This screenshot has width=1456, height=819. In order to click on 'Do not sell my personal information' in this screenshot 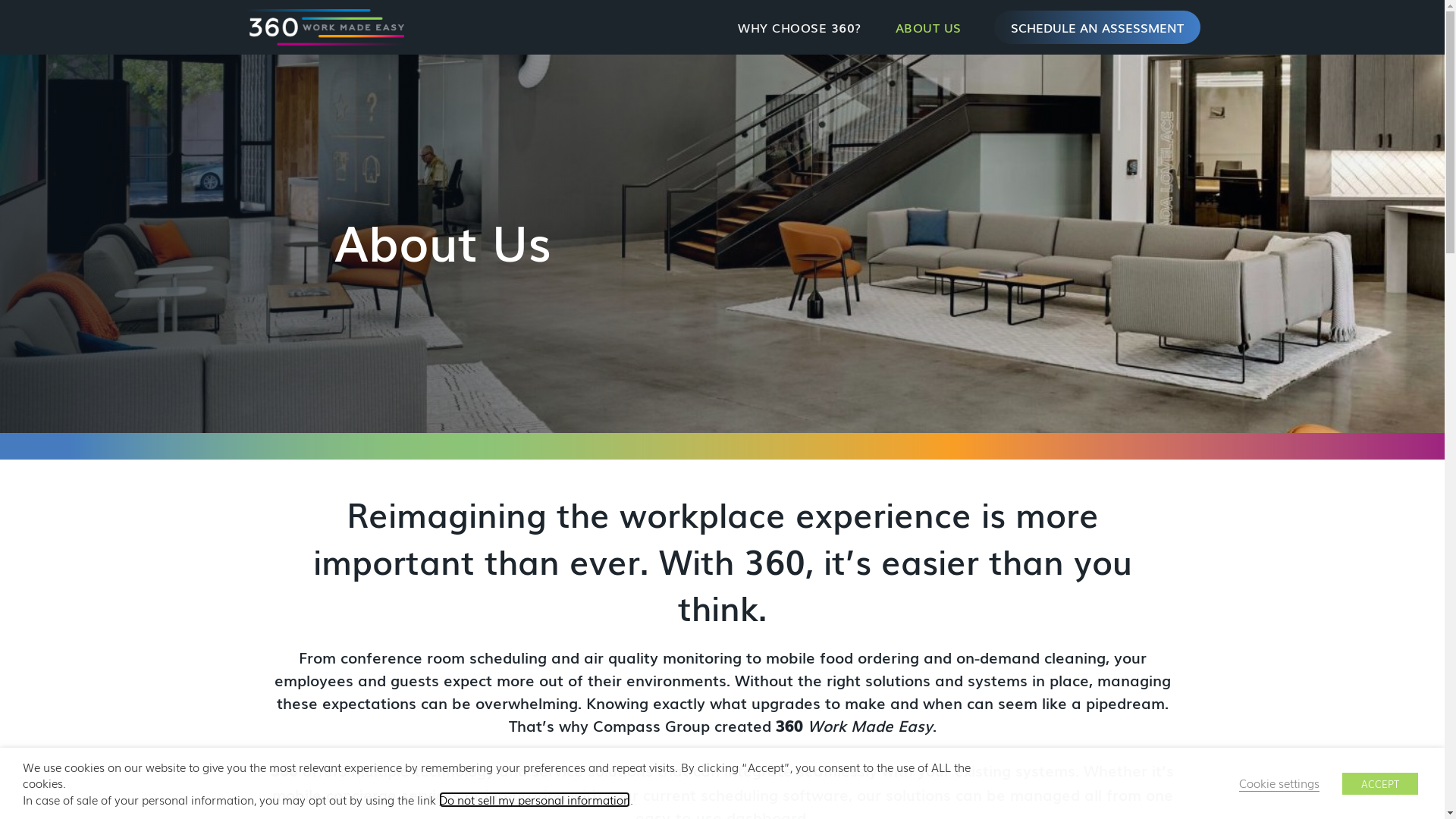, I will do `click(535, 799)`.